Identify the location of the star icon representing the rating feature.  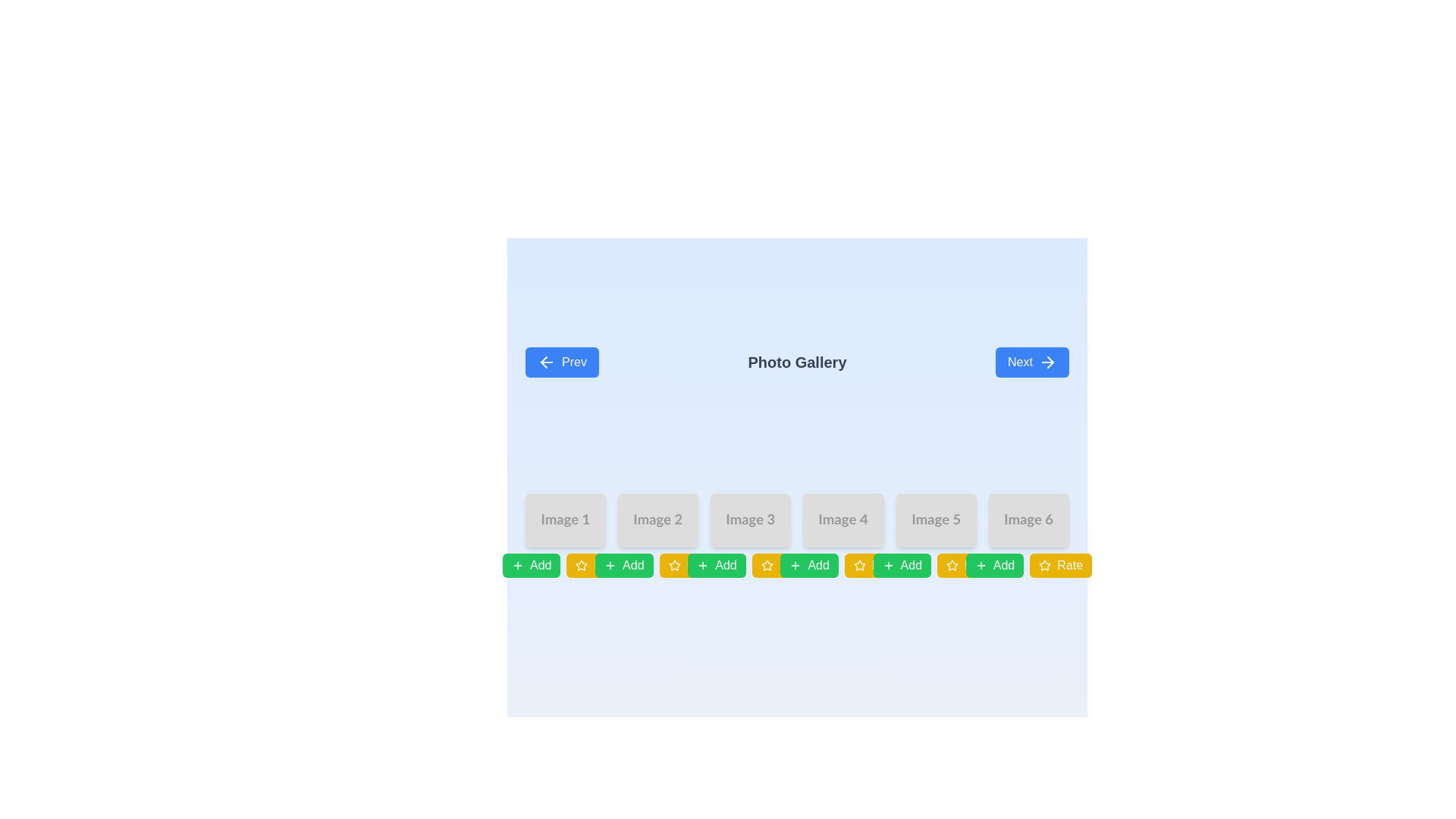
(673, 564).